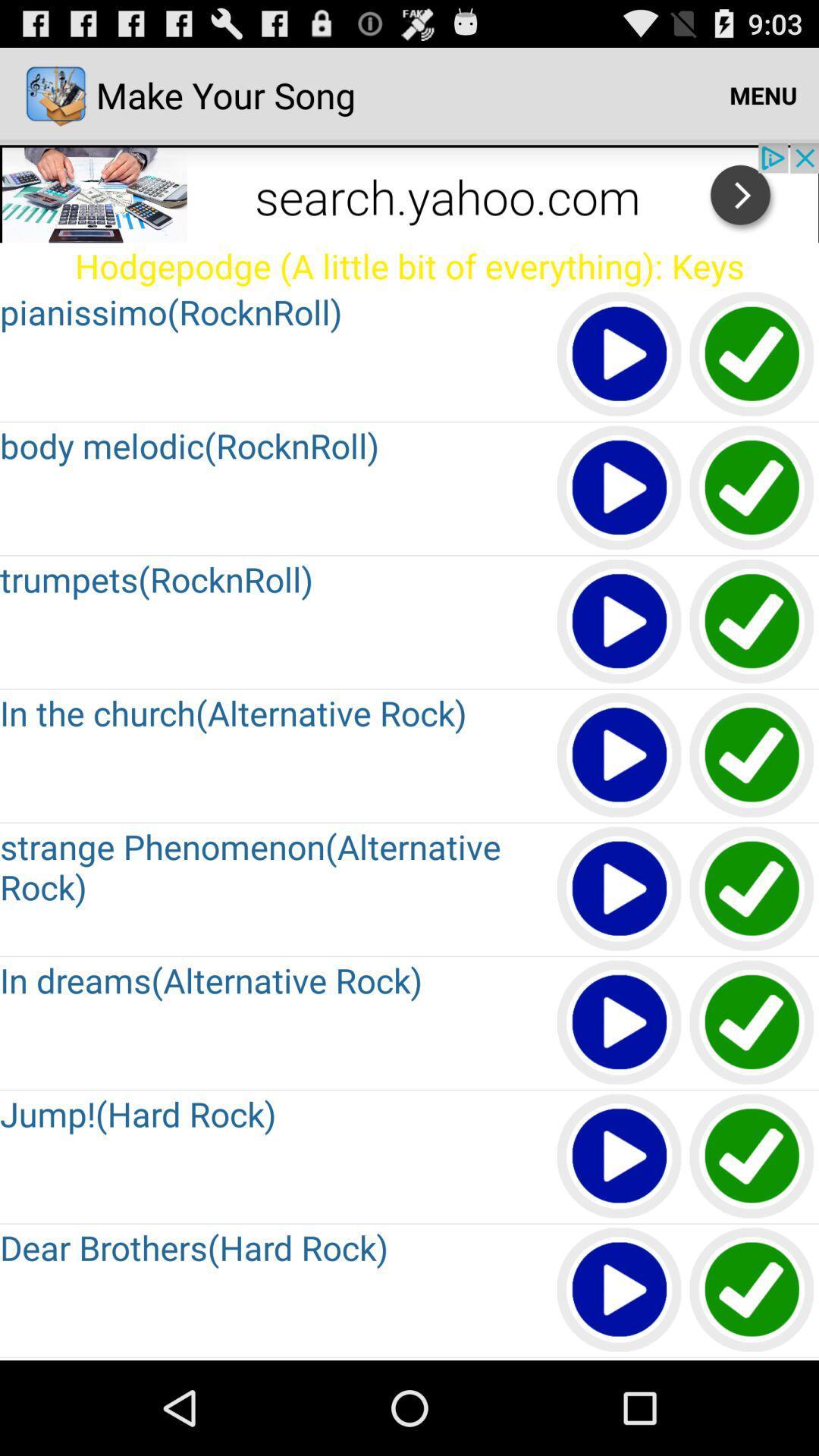 This screenshot has width=819, height=1456. What do you see at coordinates (752, 1023) in the screenshot?
I see `button` at bounding box center [752, 1023].